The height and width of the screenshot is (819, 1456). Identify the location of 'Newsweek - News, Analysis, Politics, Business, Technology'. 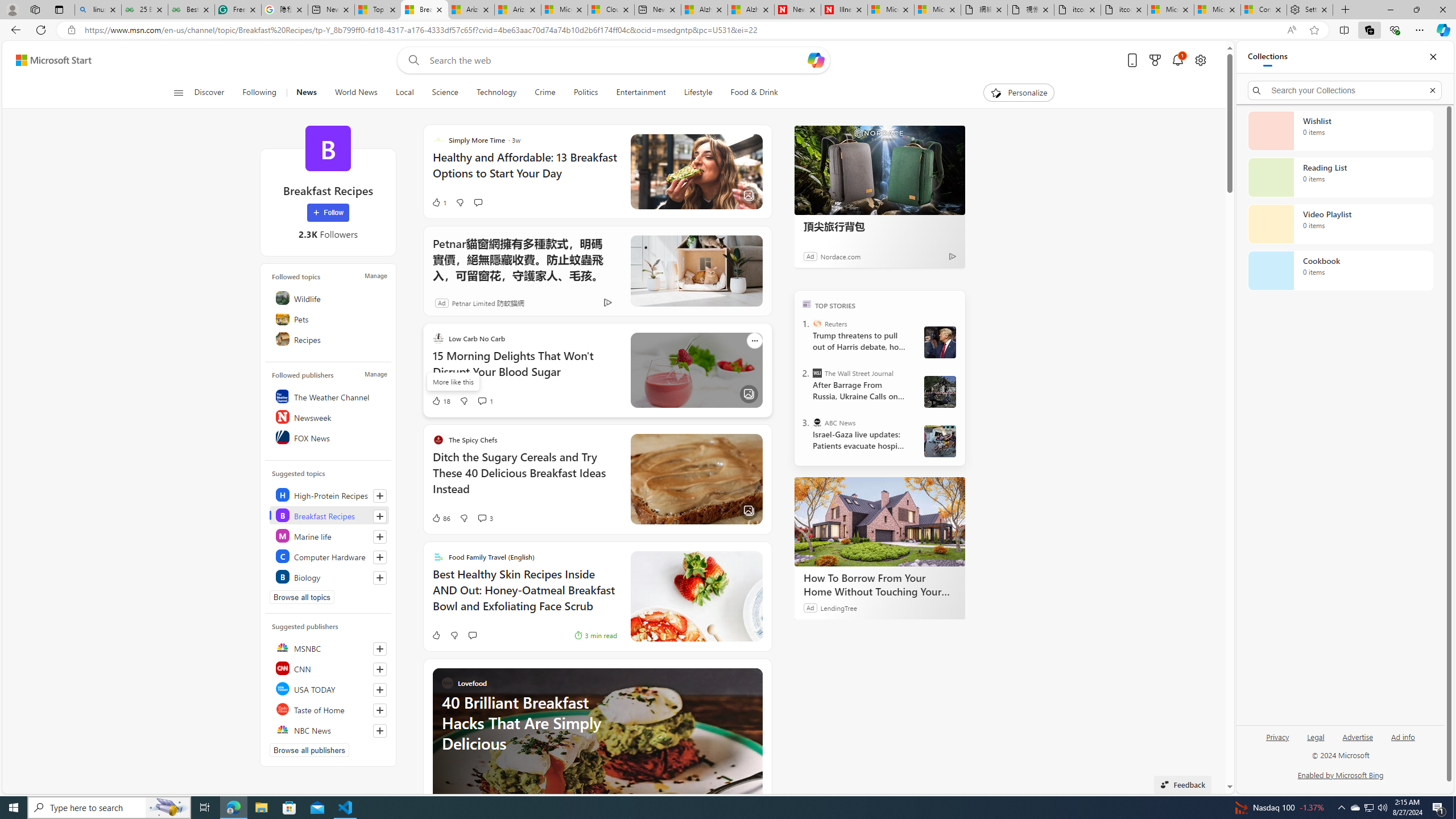
(797, 9).